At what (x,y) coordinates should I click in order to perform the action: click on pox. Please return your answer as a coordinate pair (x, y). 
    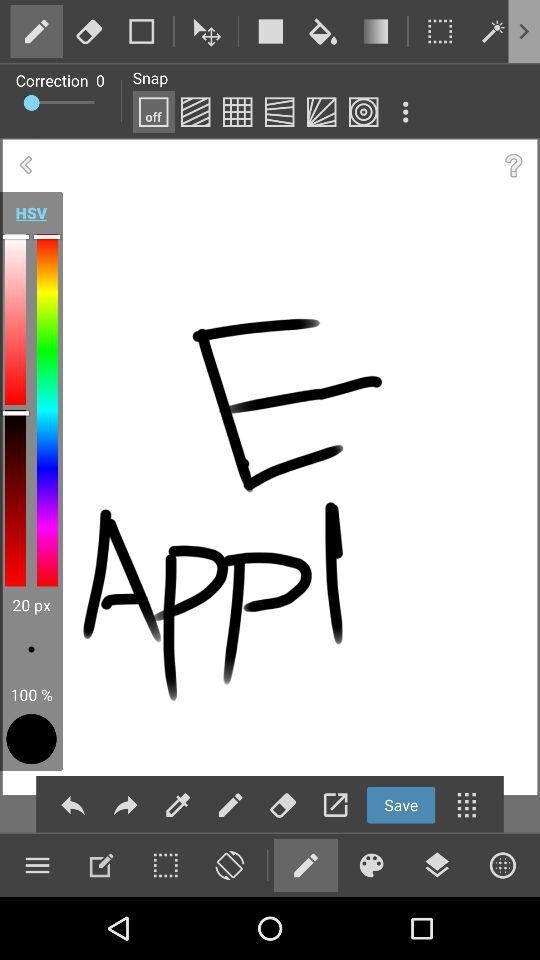
    Looking at the image, I should click on (237, 112).